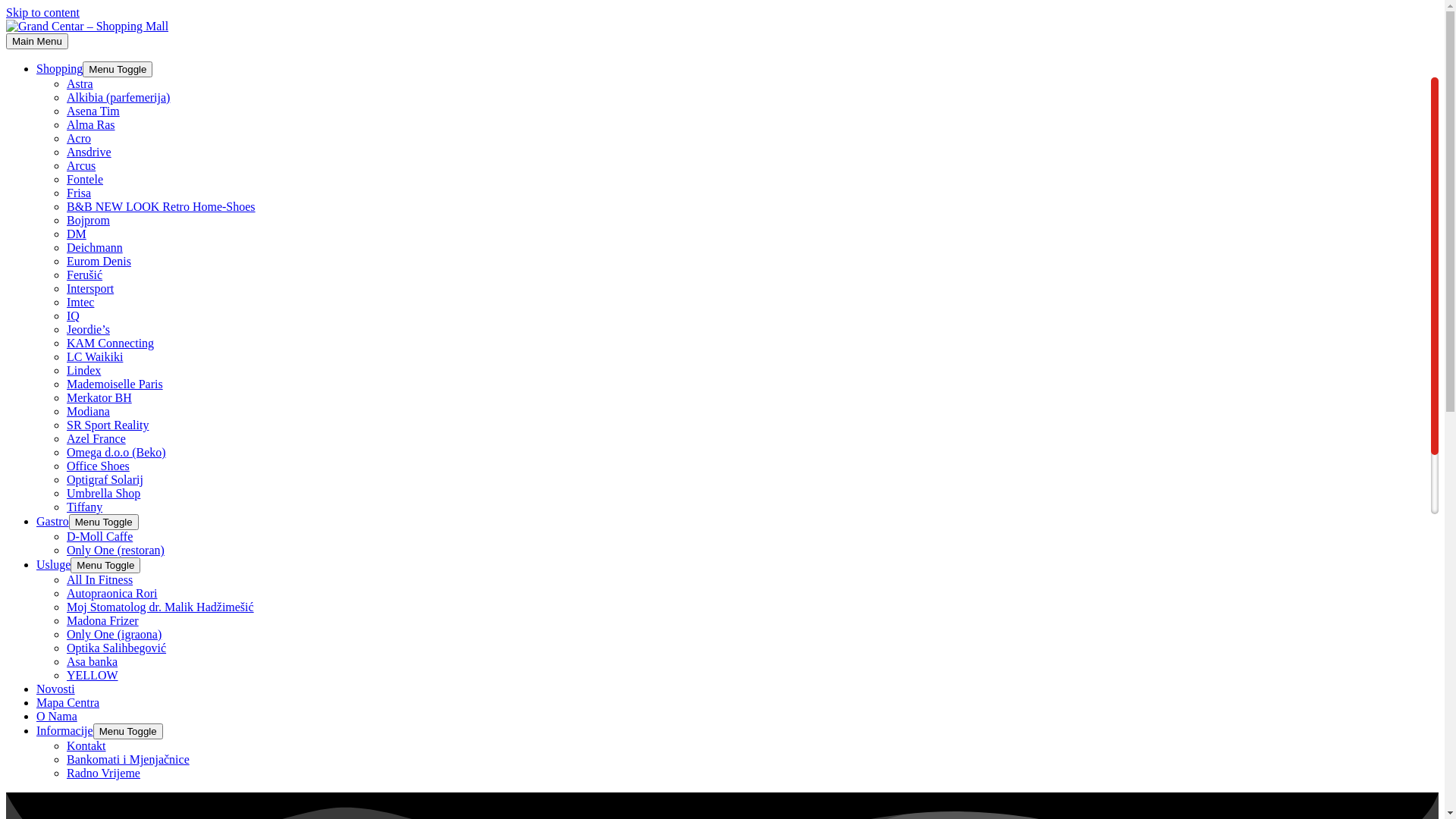 This screenshot has height=819, width=1456. Describe the element at coordinates (65, 519) in the screenshot. I see `'Sport Vision'` at that location.